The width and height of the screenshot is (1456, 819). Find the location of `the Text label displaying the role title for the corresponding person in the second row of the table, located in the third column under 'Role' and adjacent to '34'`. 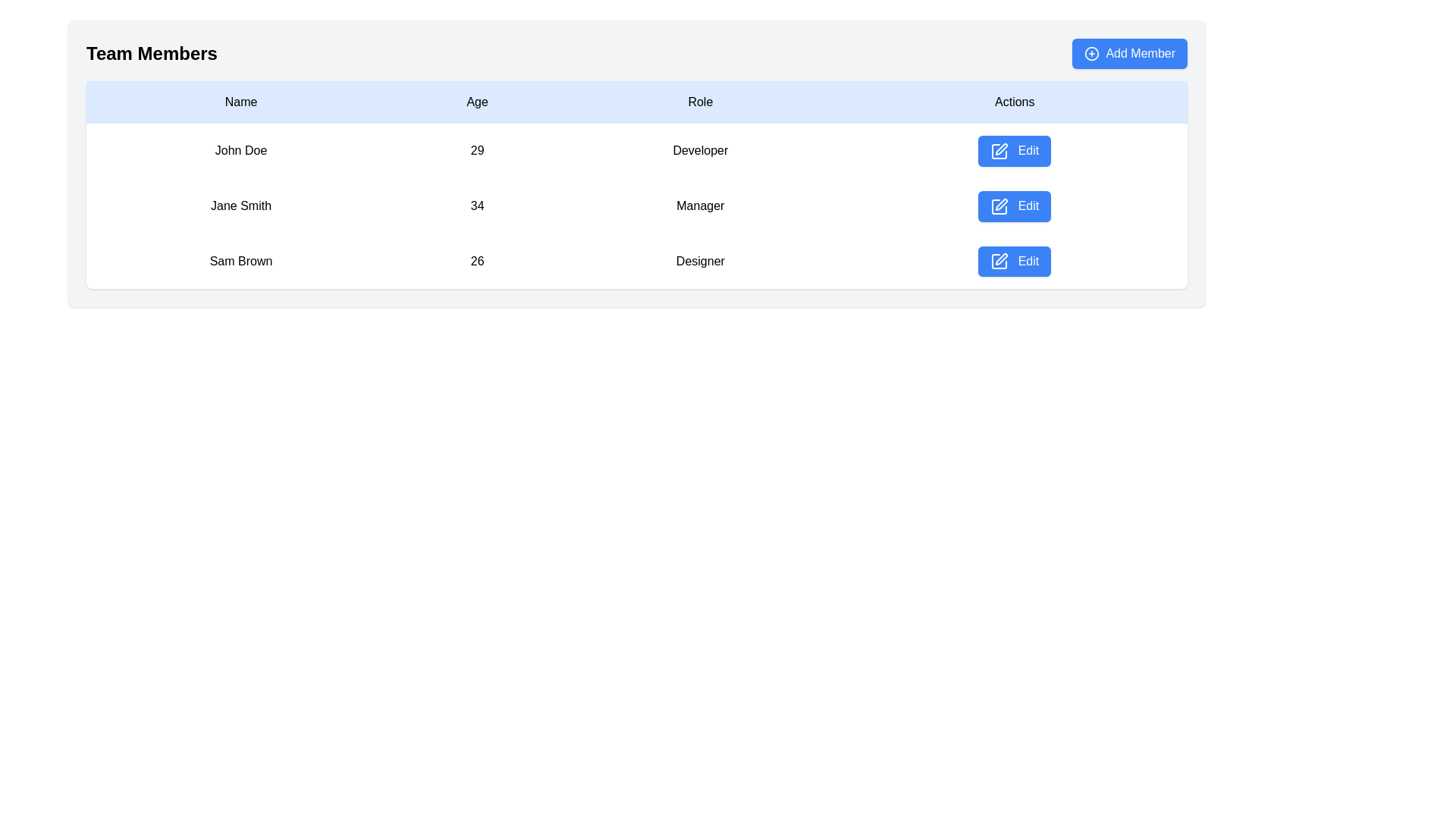

the Text label displaying the role title for the corresponding person in the second row of the table, located in the third column under 'Role' and adjacent to '34' is located at coordinates (699, 206).